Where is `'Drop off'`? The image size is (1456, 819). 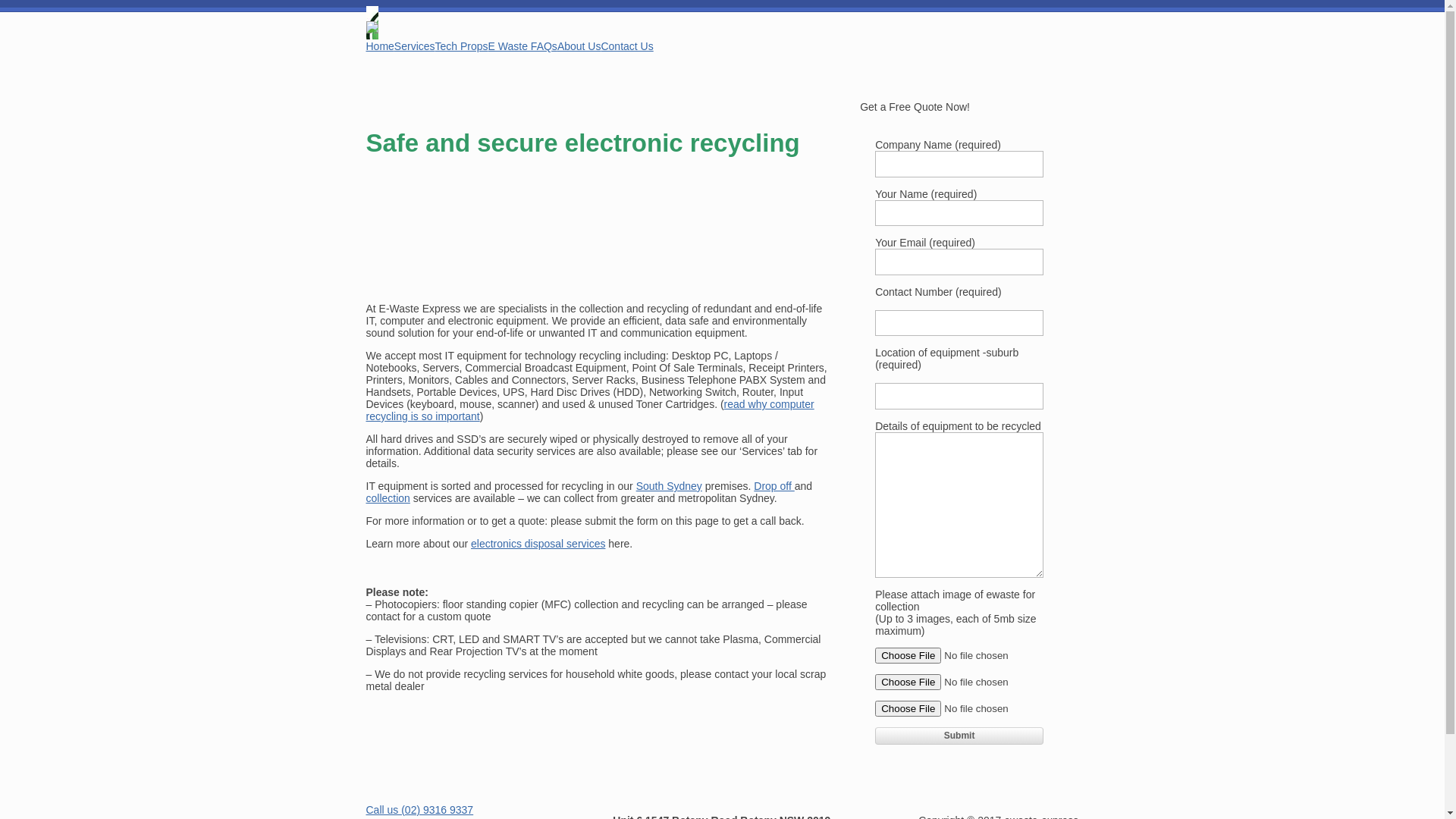 'Drop off' is located at coordinates (773, 485).